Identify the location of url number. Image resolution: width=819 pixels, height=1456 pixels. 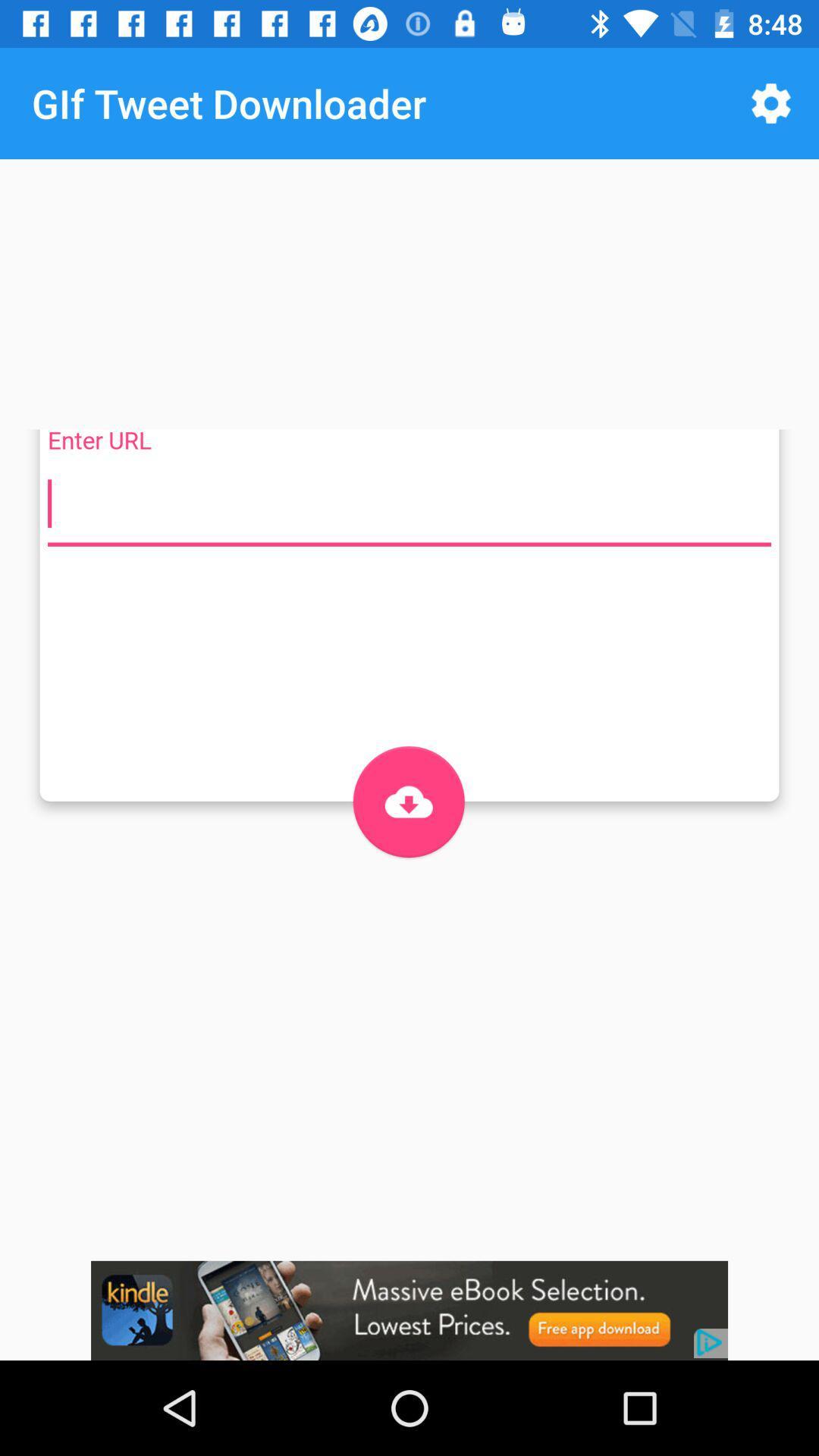
(409, 504).